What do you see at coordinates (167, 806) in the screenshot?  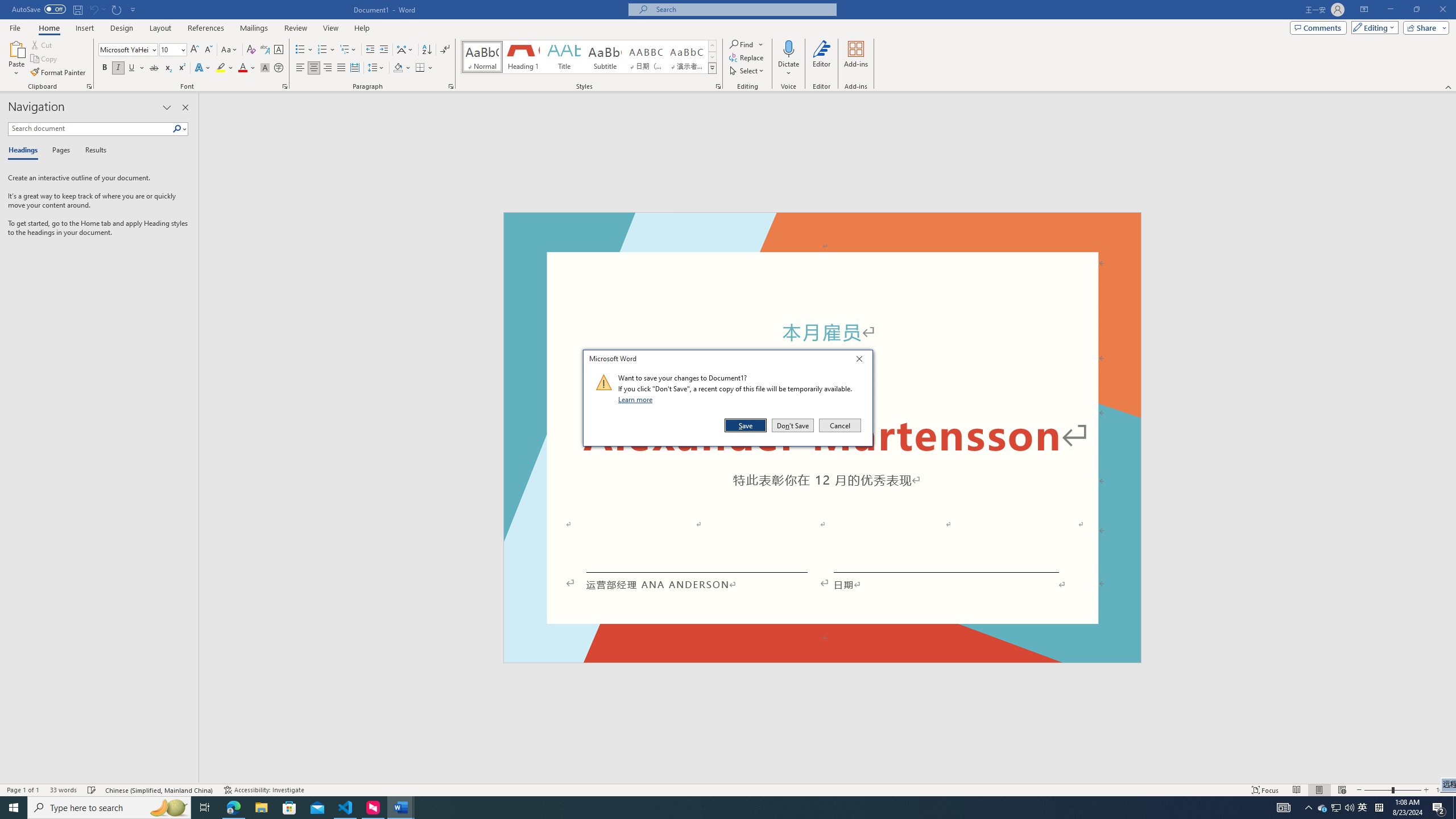 I see `'Search highlights icon opens search home window'` at bounding box center [167, 806].